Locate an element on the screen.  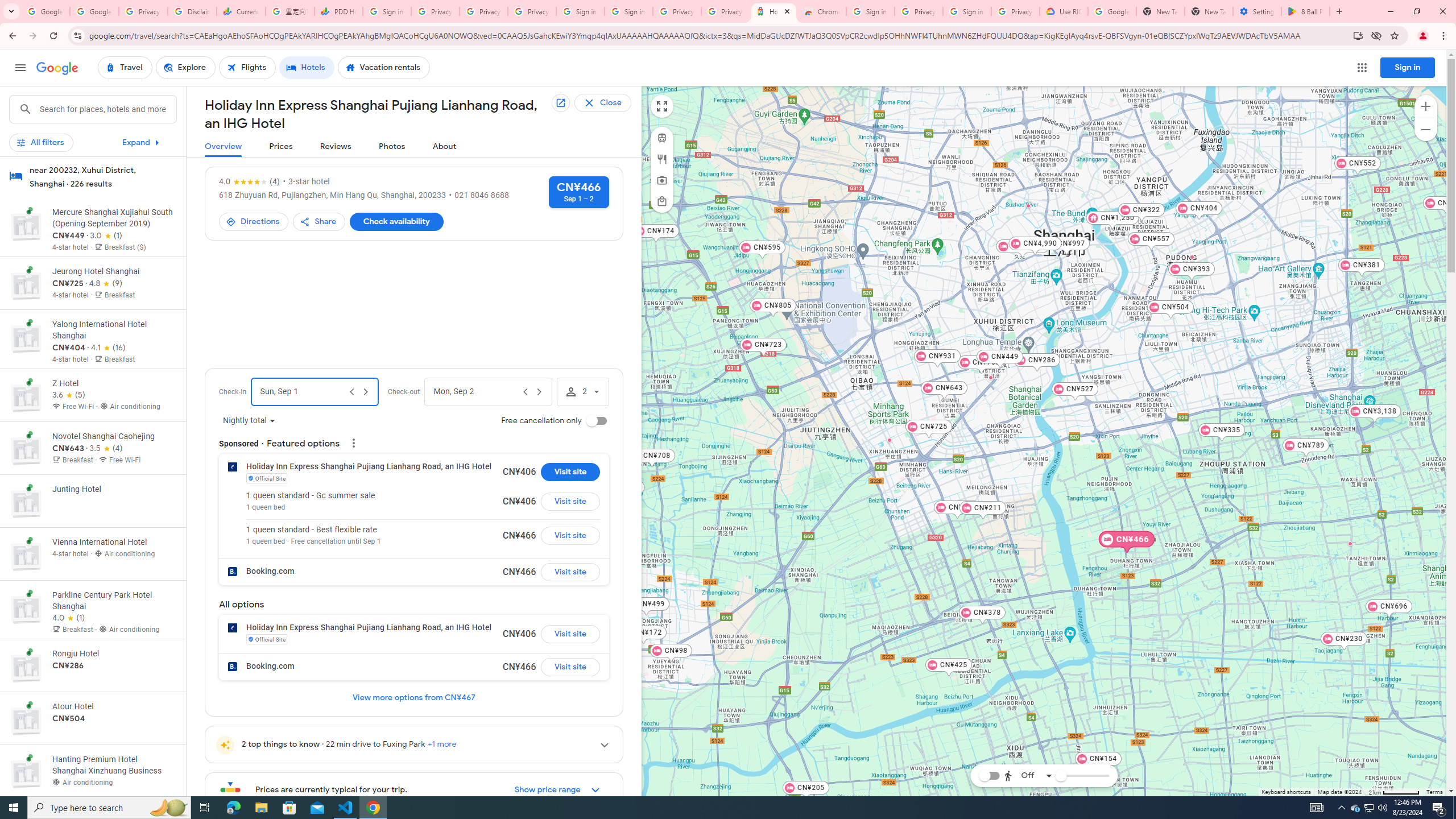
'Vacation rentals' is located at coordinates (383, 67).